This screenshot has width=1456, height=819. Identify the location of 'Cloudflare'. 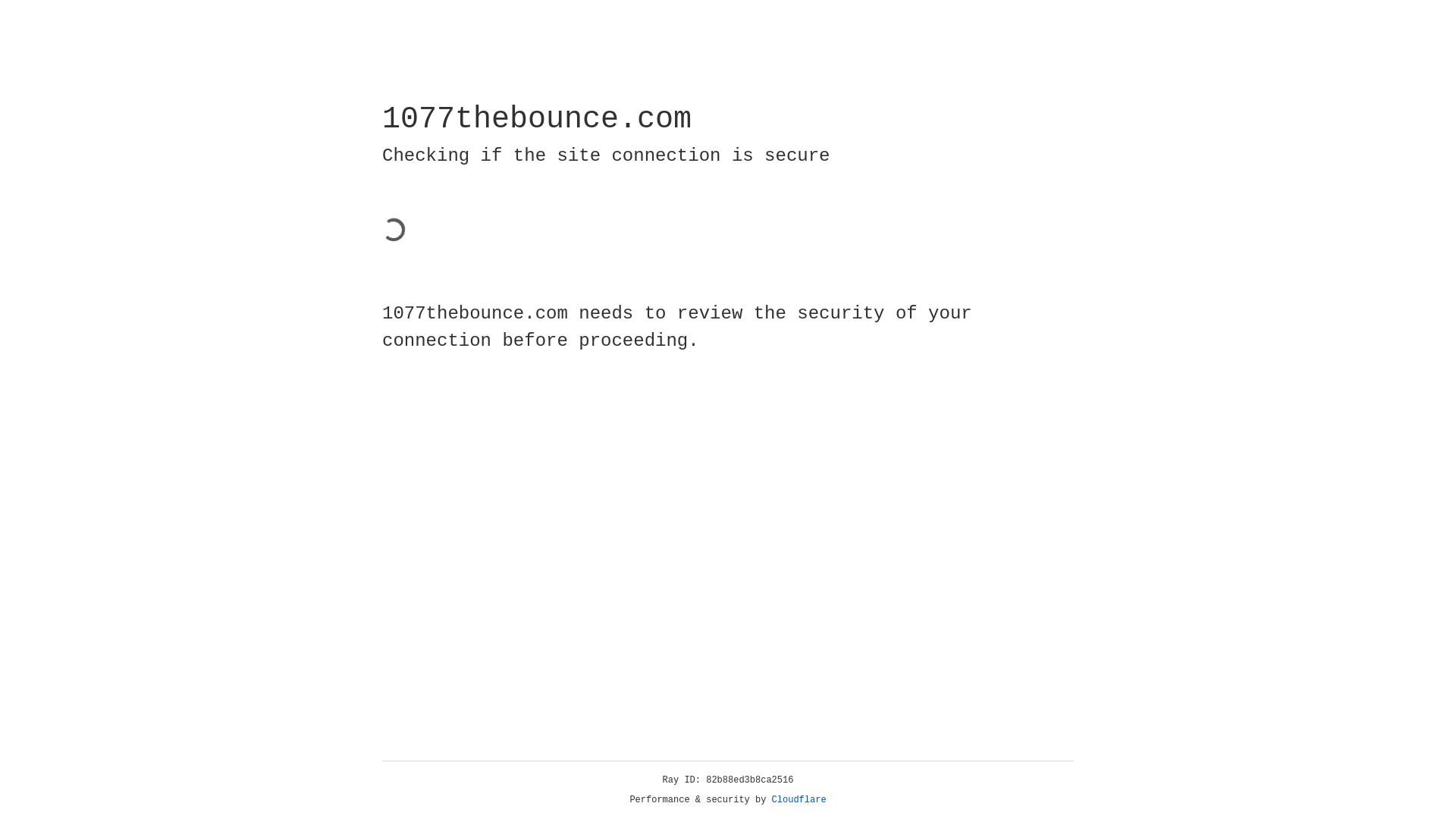
(799, 799).